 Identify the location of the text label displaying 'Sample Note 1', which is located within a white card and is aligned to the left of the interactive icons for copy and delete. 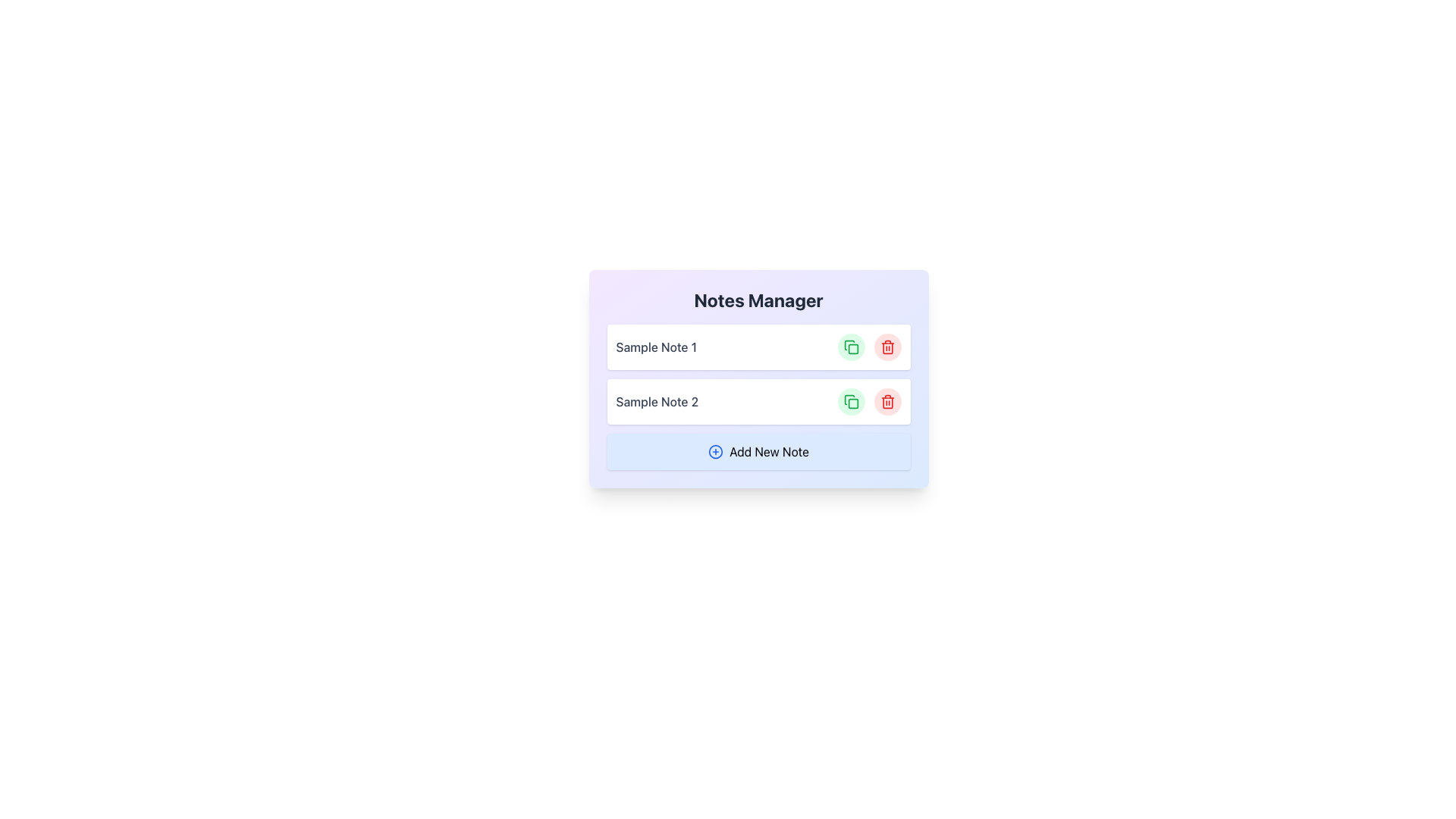
(656, 347).